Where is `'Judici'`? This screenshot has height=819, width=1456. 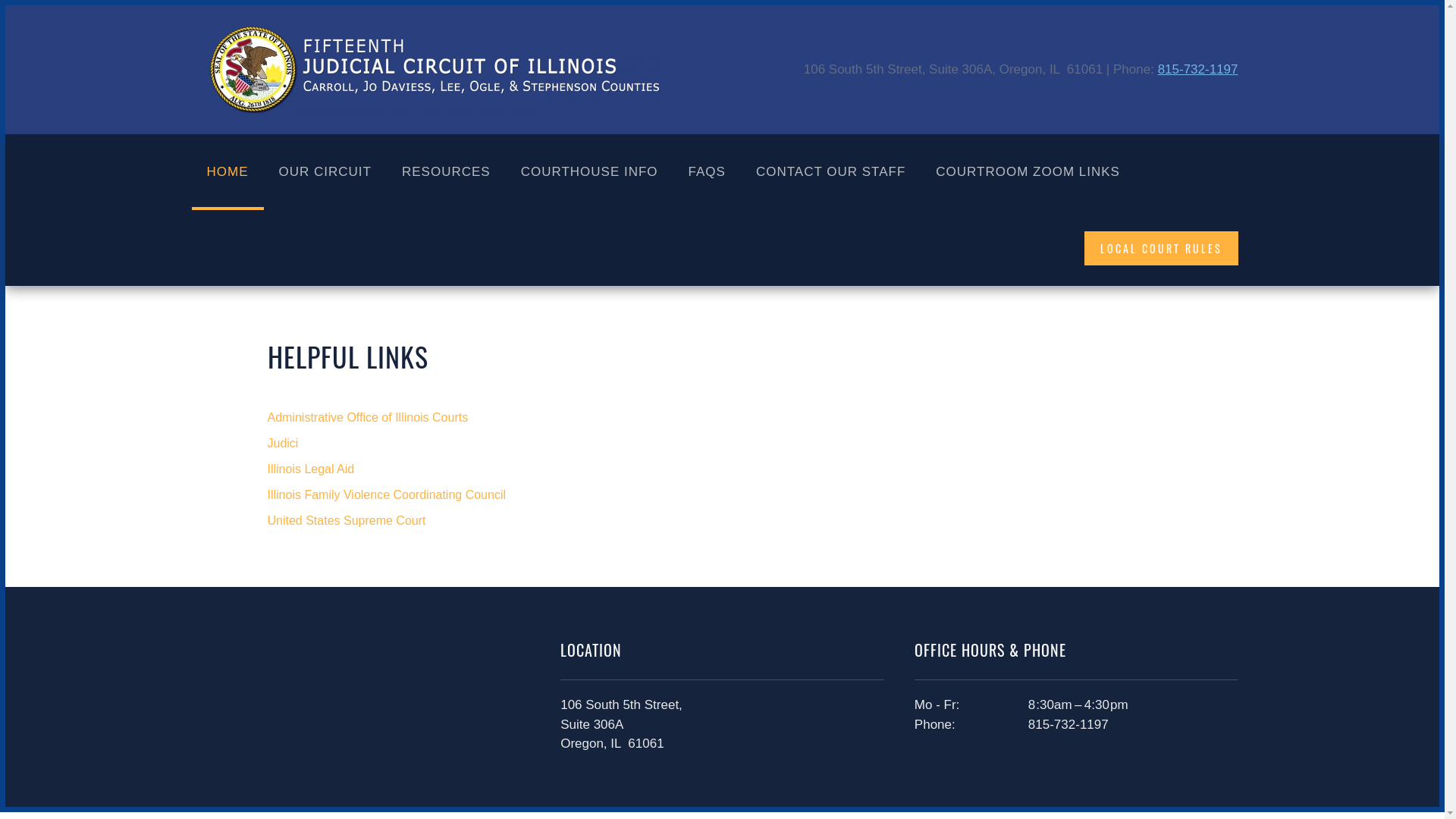
'Judici' is located at coordinates (720, 444).